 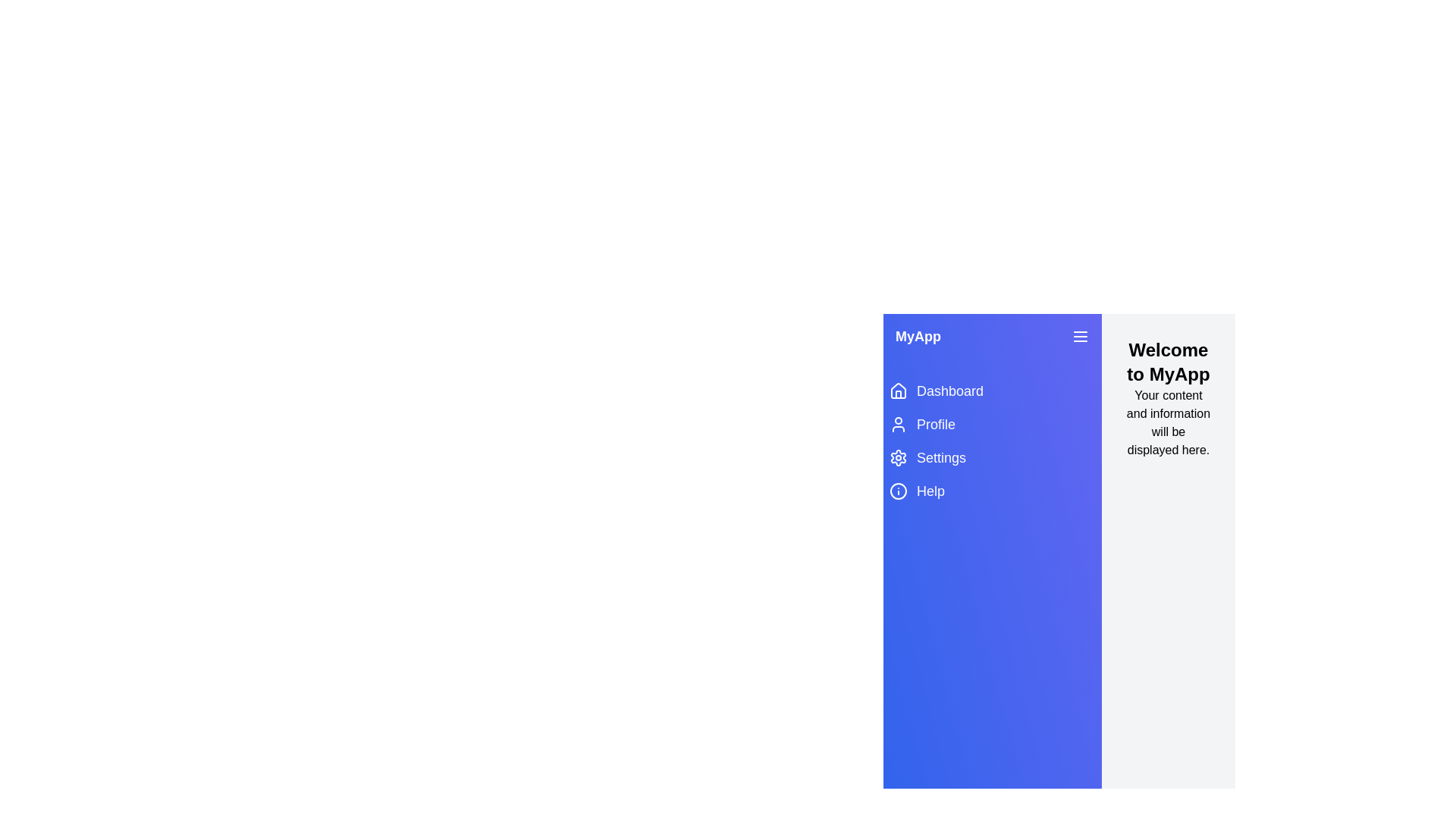 What do you see at coordinates (1080, 335) in the screenshot?
I see `the menu button to toggle the drawer` at bounding box center [1080, 335].